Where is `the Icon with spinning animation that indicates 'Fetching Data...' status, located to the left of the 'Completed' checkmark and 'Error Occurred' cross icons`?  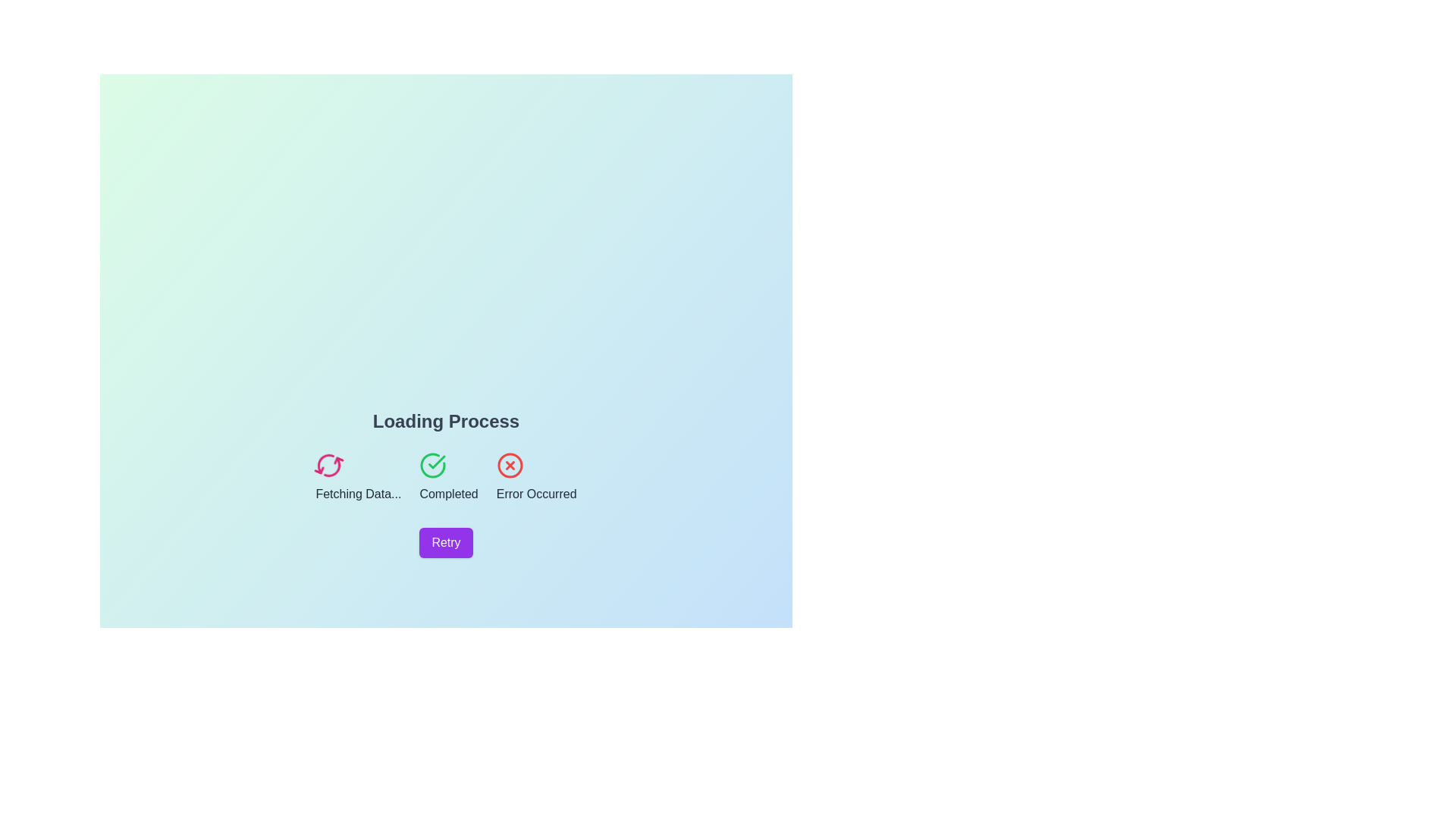
the Icon with spinning animation that indicates 'Fetching Data...' status, located to the left of the 'Completed' checkmark and 'Error Occurred' cross icons is located at coordinates (328, 464).